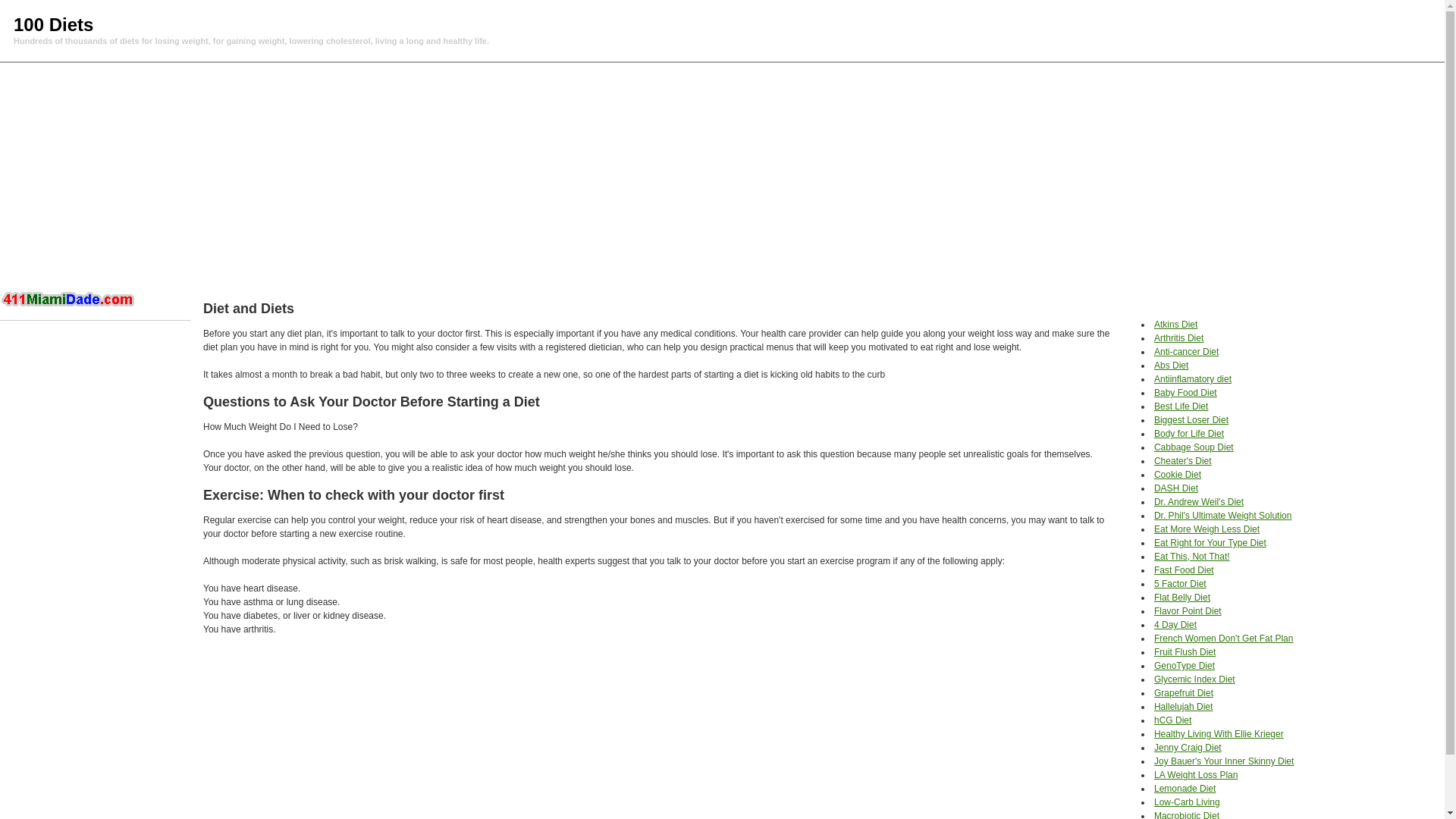 The width and height of the screenshot is (1456, 819). I want to click on 'Advertisement', so click(720, 175).